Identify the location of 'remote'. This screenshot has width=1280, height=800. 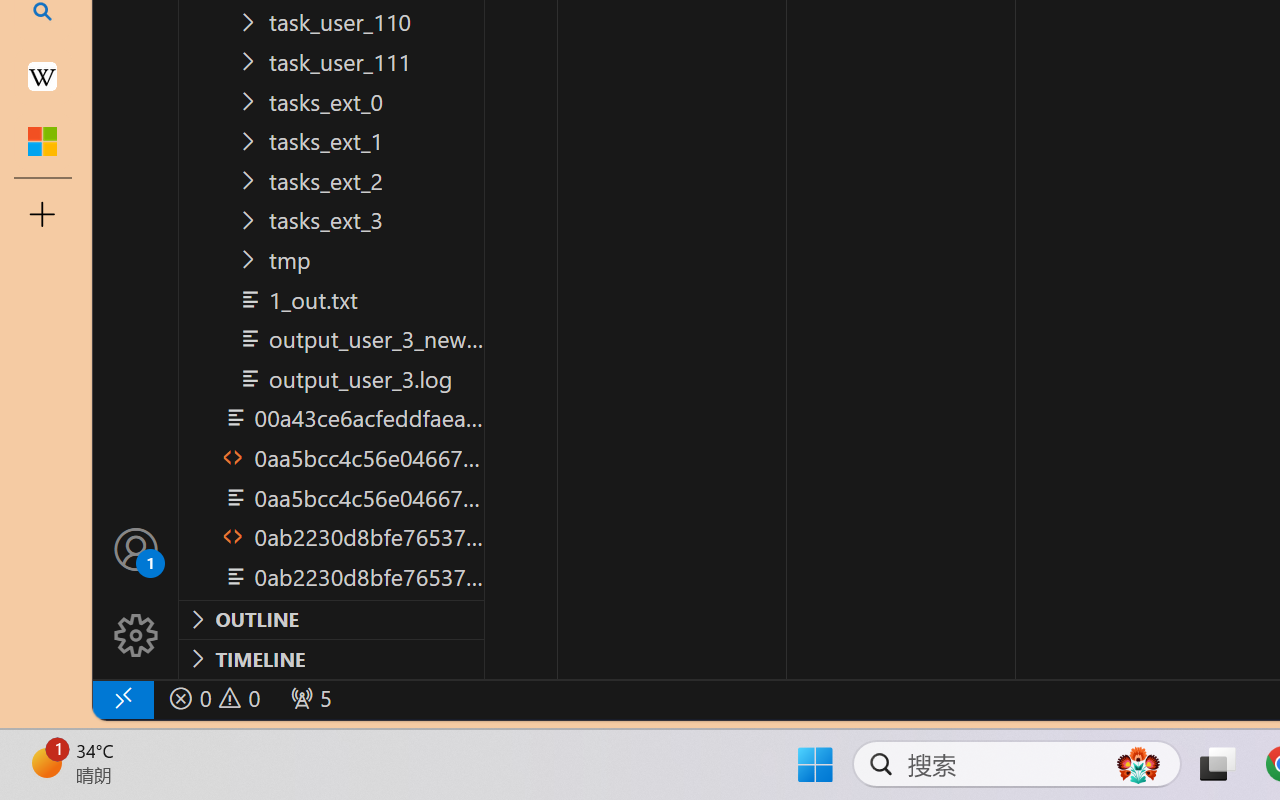
(121, 698).